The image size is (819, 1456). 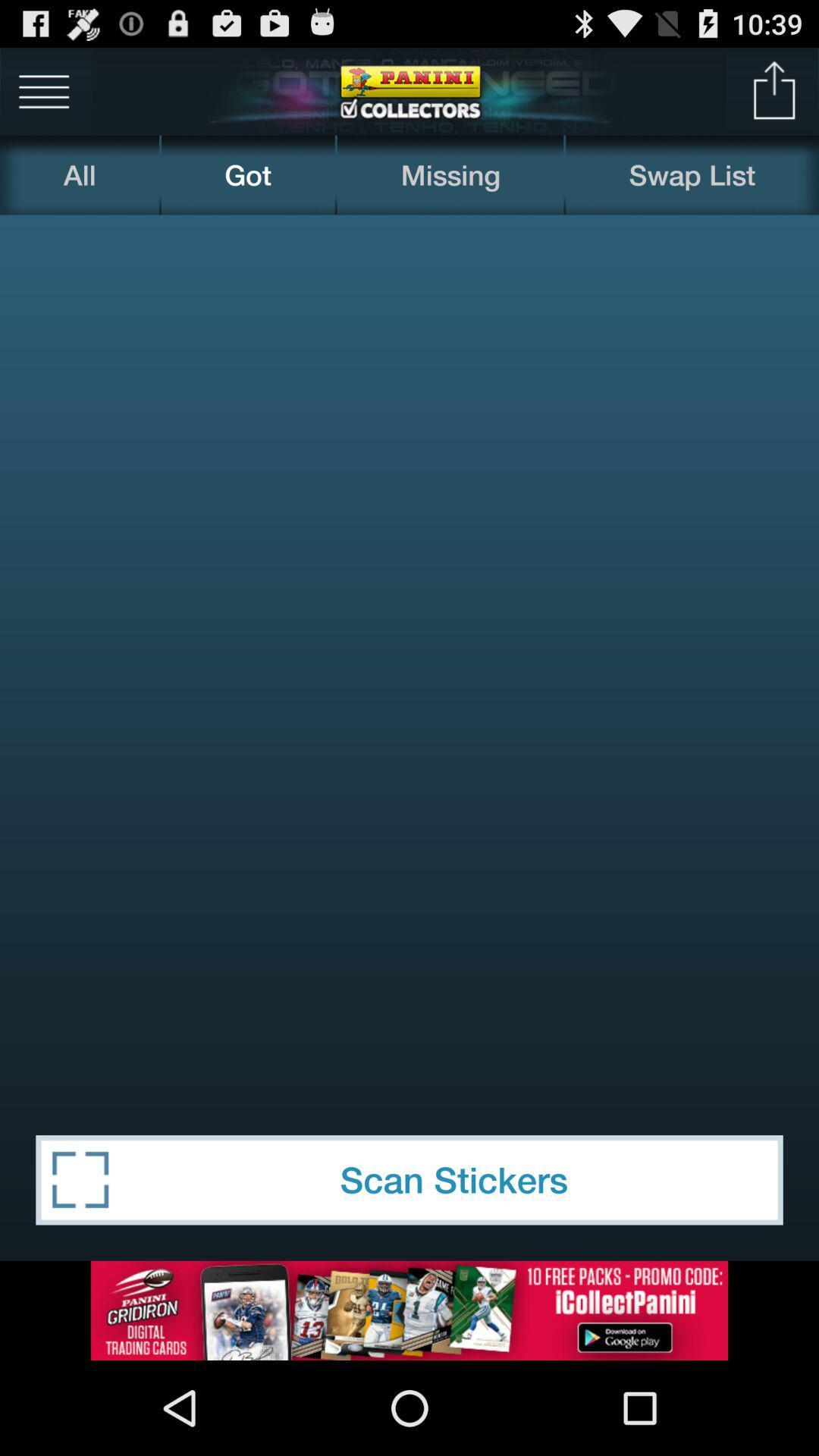 I want to click on item below scan stickers icon, so click(x=409, y=1310).